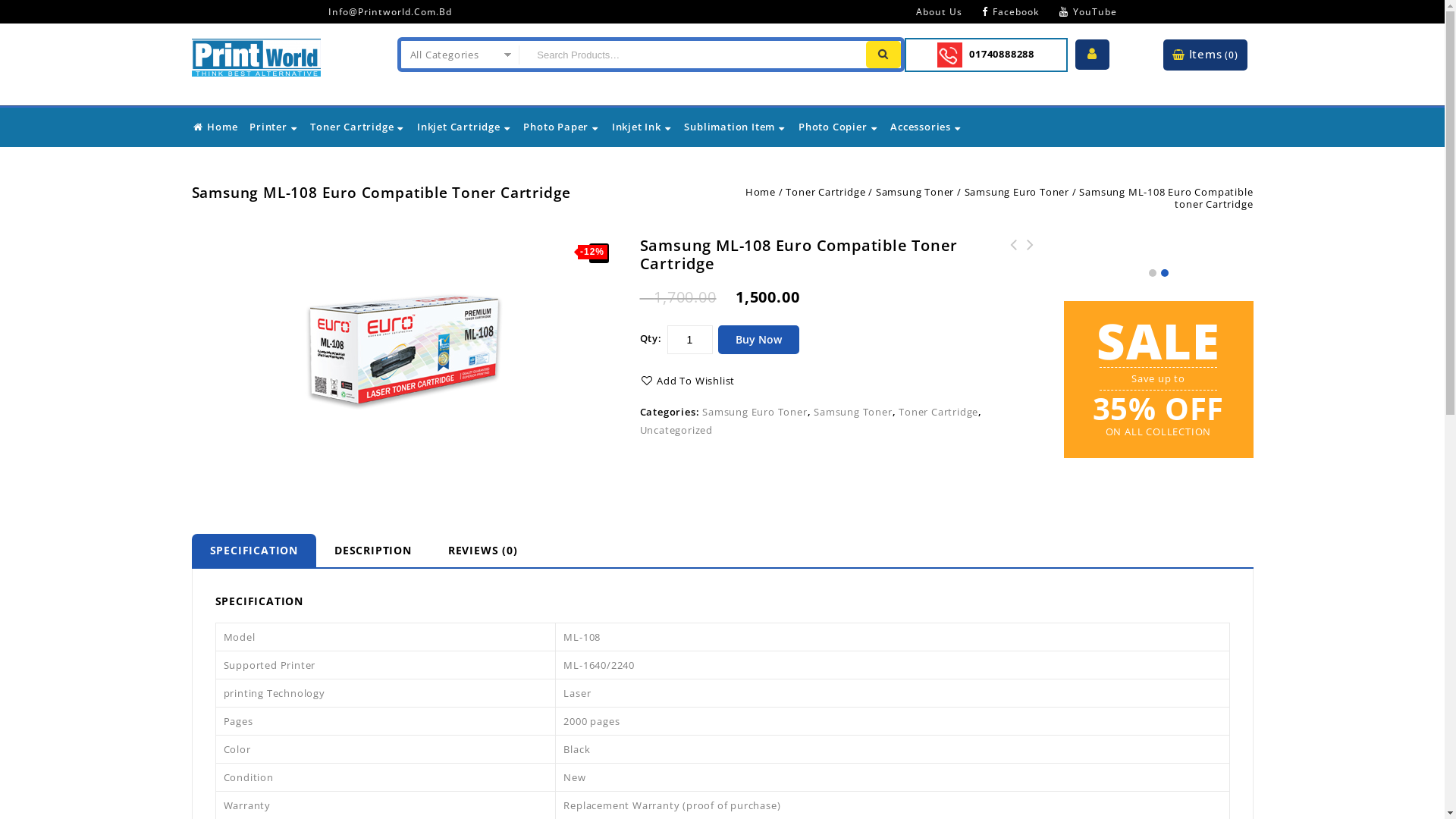 The width and height of the screenshot is (1456, 819). I want to click on 'Photo Copier', so click(837, 125).